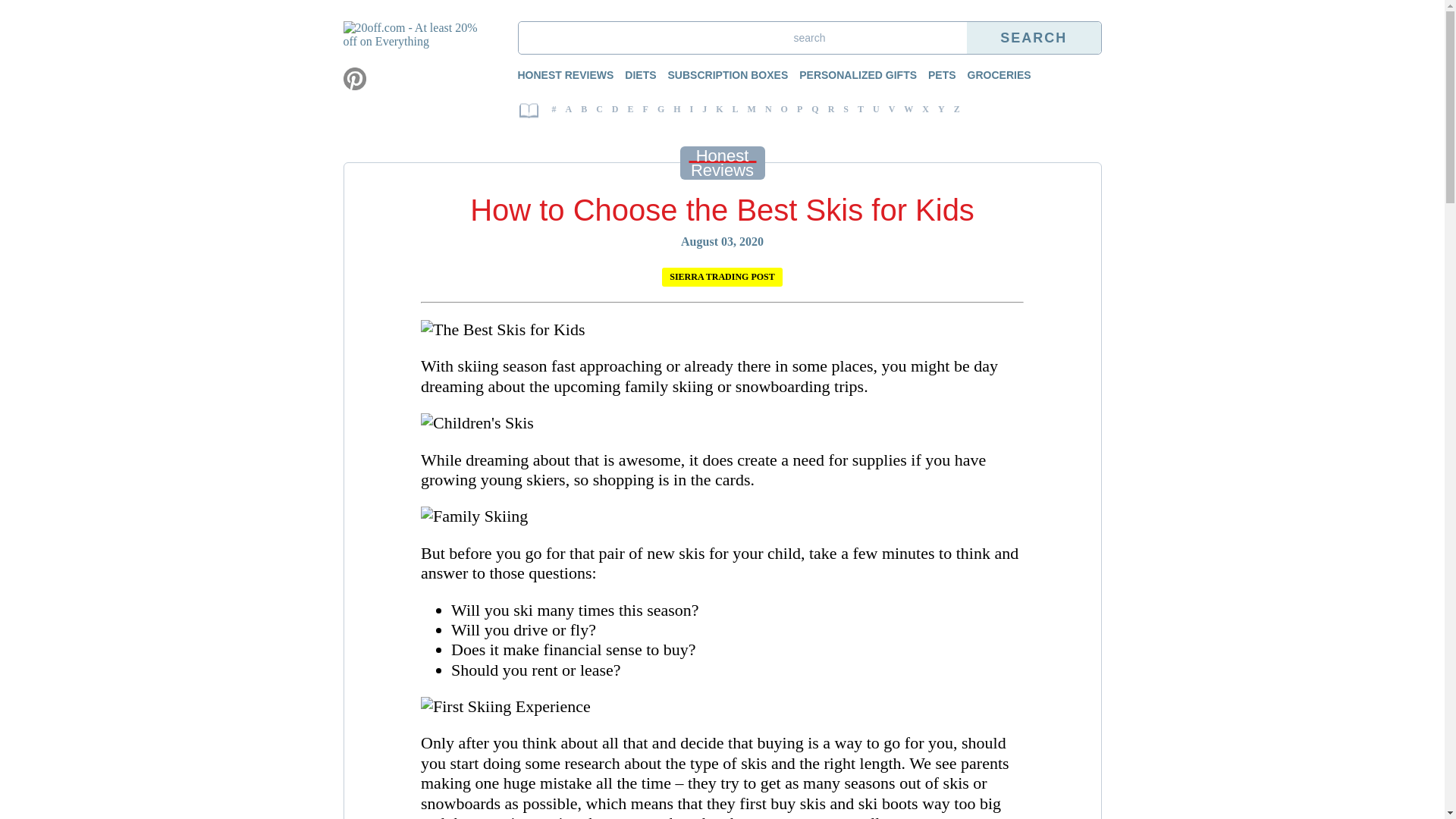 This screenshot has width=1456, height=819. I want to click on 'I', so click(691, 108).